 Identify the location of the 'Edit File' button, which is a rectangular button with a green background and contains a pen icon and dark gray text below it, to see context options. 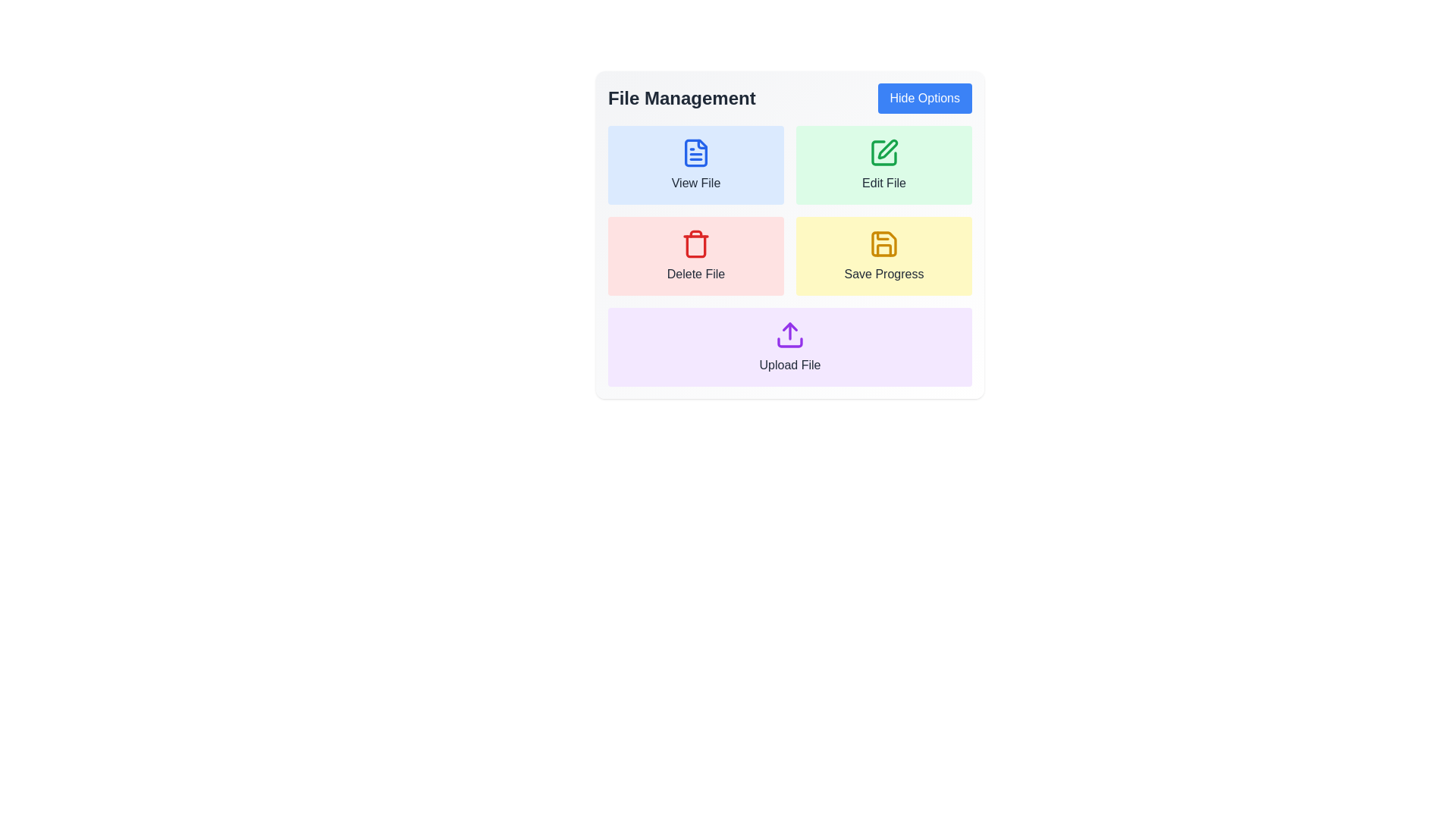
(884, 165).